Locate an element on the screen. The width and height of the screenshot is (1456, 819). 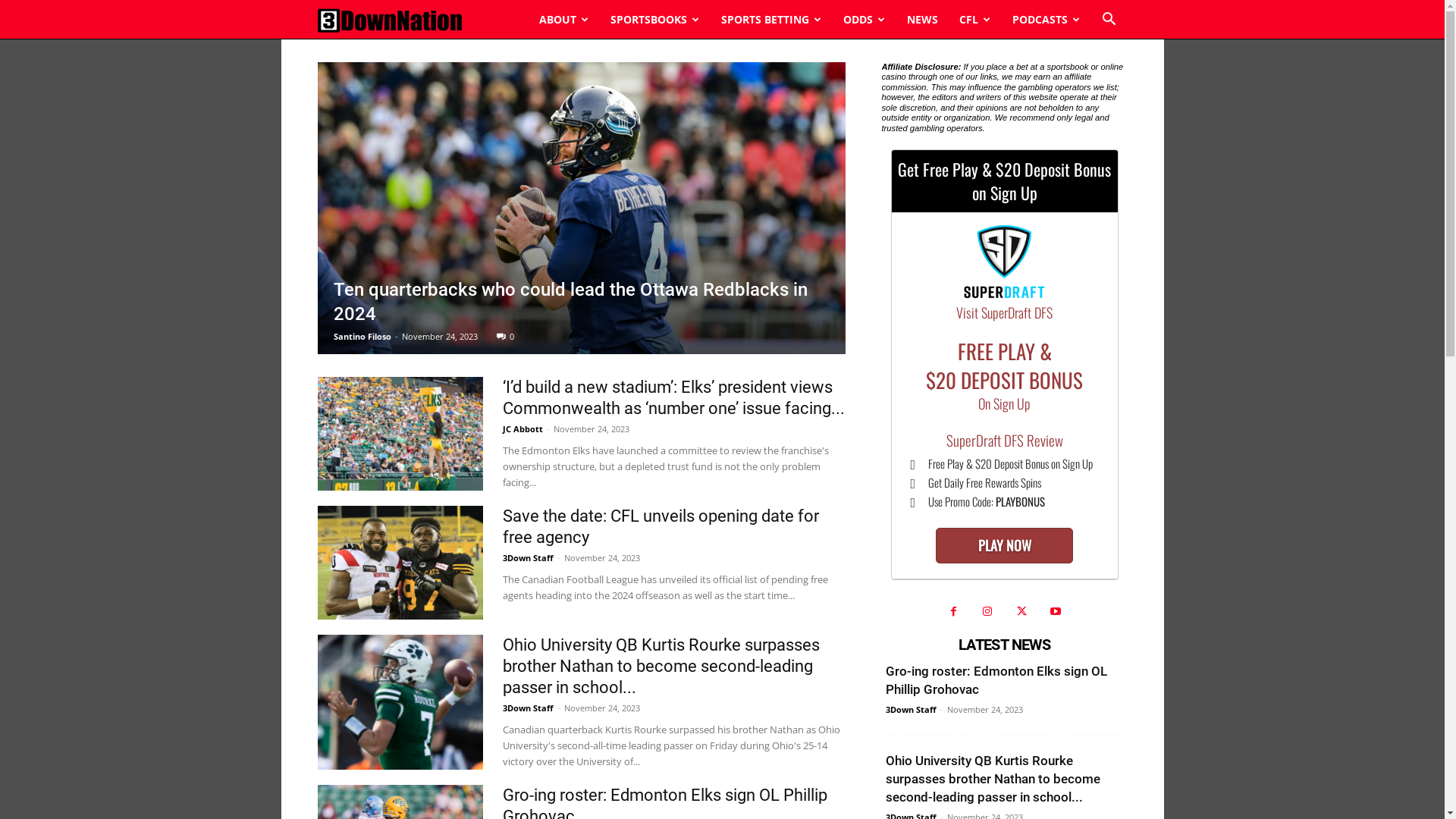
'ODDS' is located at coordinates (864, 20).